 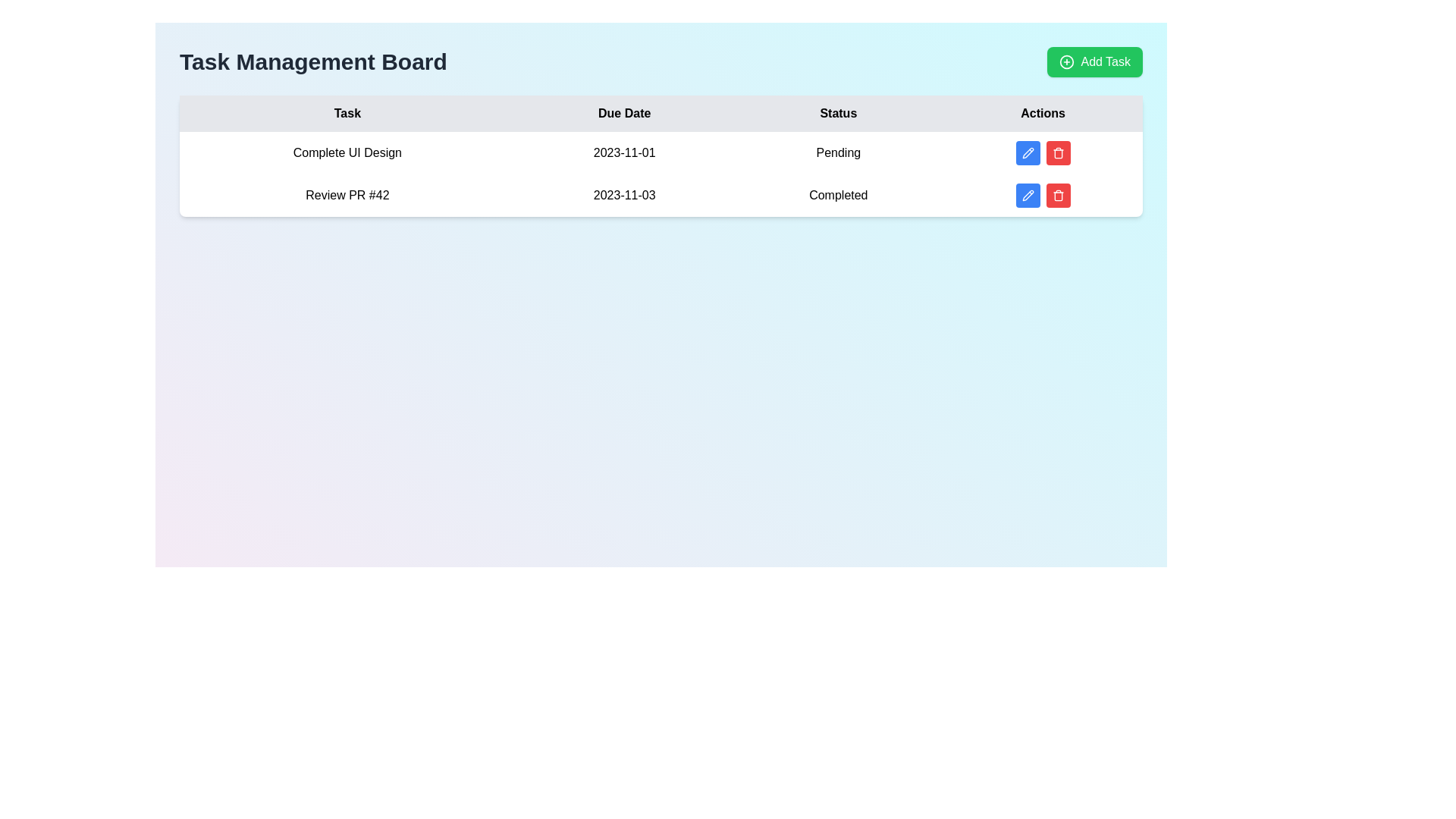 I want to click on the editing icon button located in the second row of the actions column of the task management board, so click(x=1028, y=195).